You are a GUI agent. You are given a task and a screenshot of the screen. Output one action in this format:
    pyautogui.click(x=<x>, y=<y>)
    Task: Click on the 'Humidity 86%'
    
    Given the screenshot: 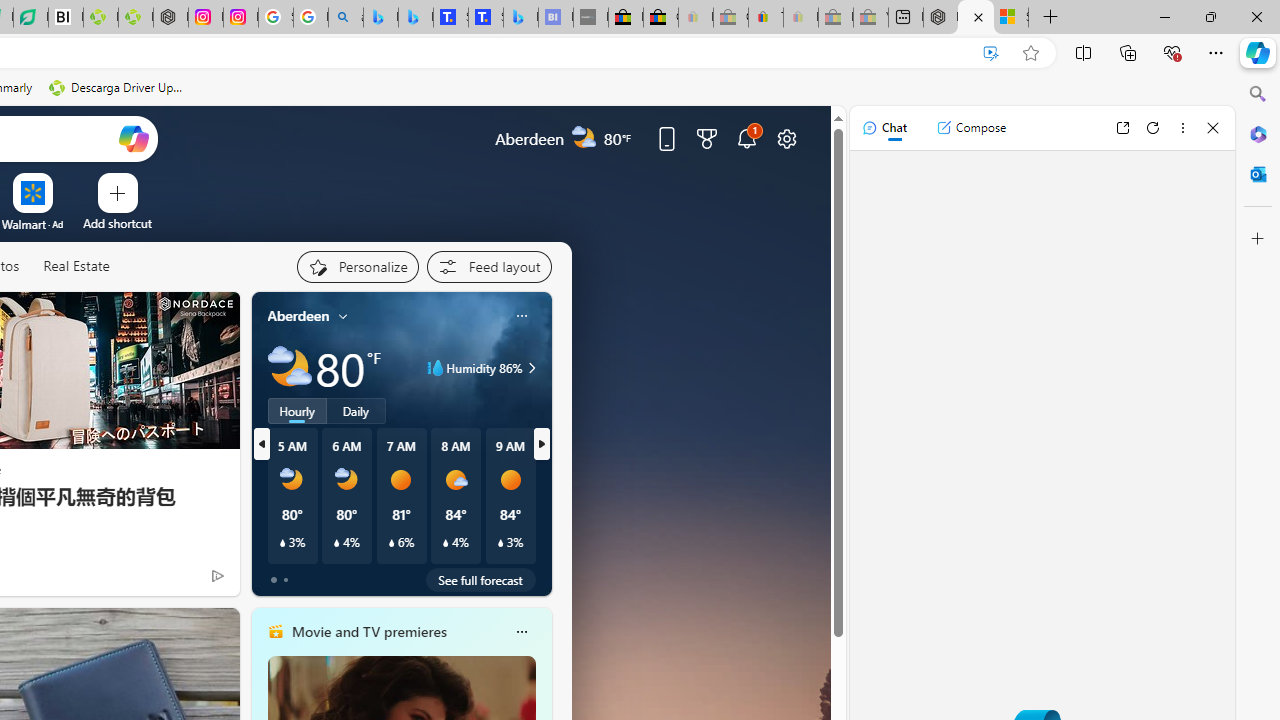 What is the action you would take?
    pyautogui.click(x=529, y=367)
    